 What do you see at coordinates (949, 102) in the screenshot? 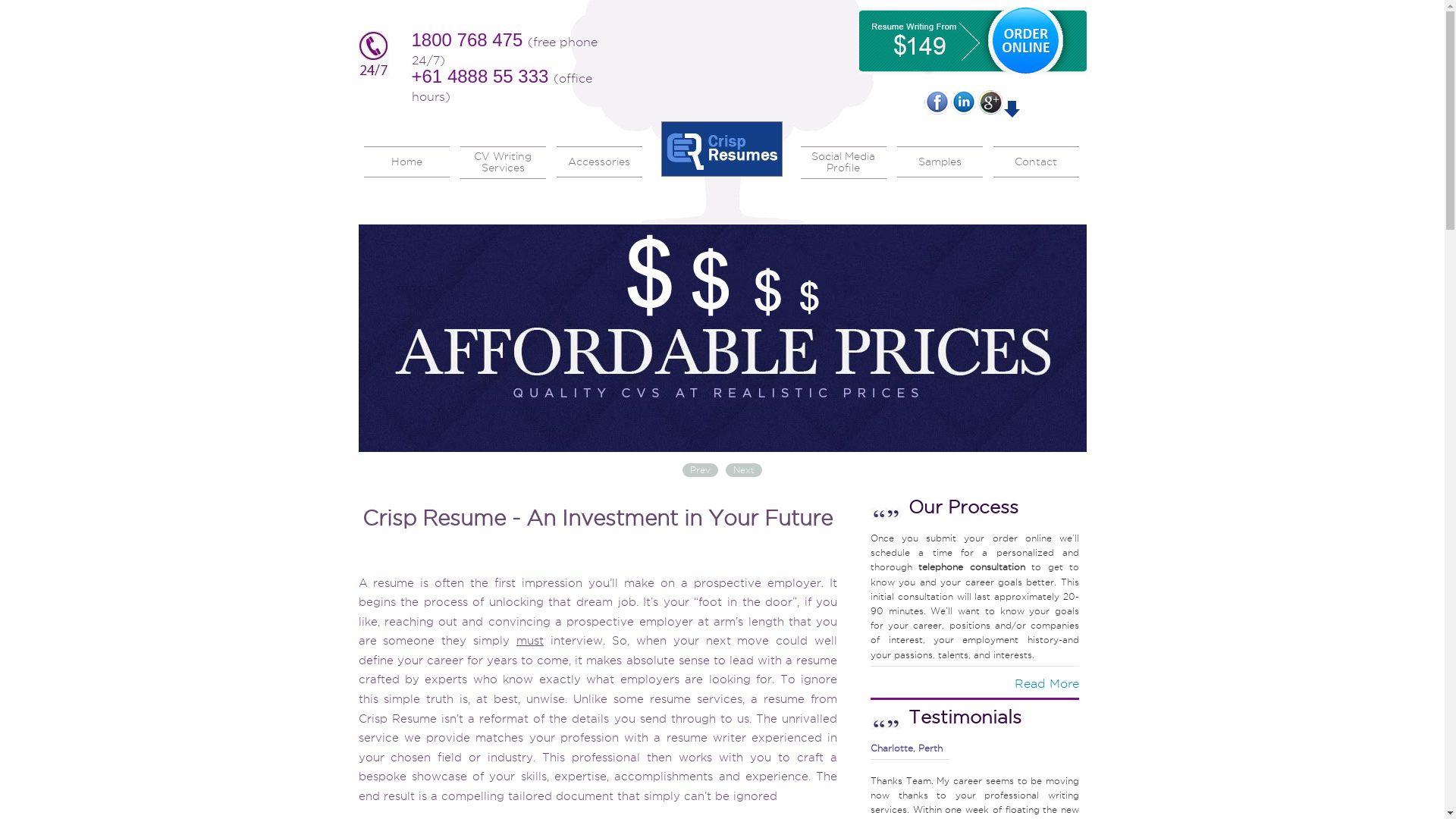
I see `'Linked in'` at bounding box center [949, 102].